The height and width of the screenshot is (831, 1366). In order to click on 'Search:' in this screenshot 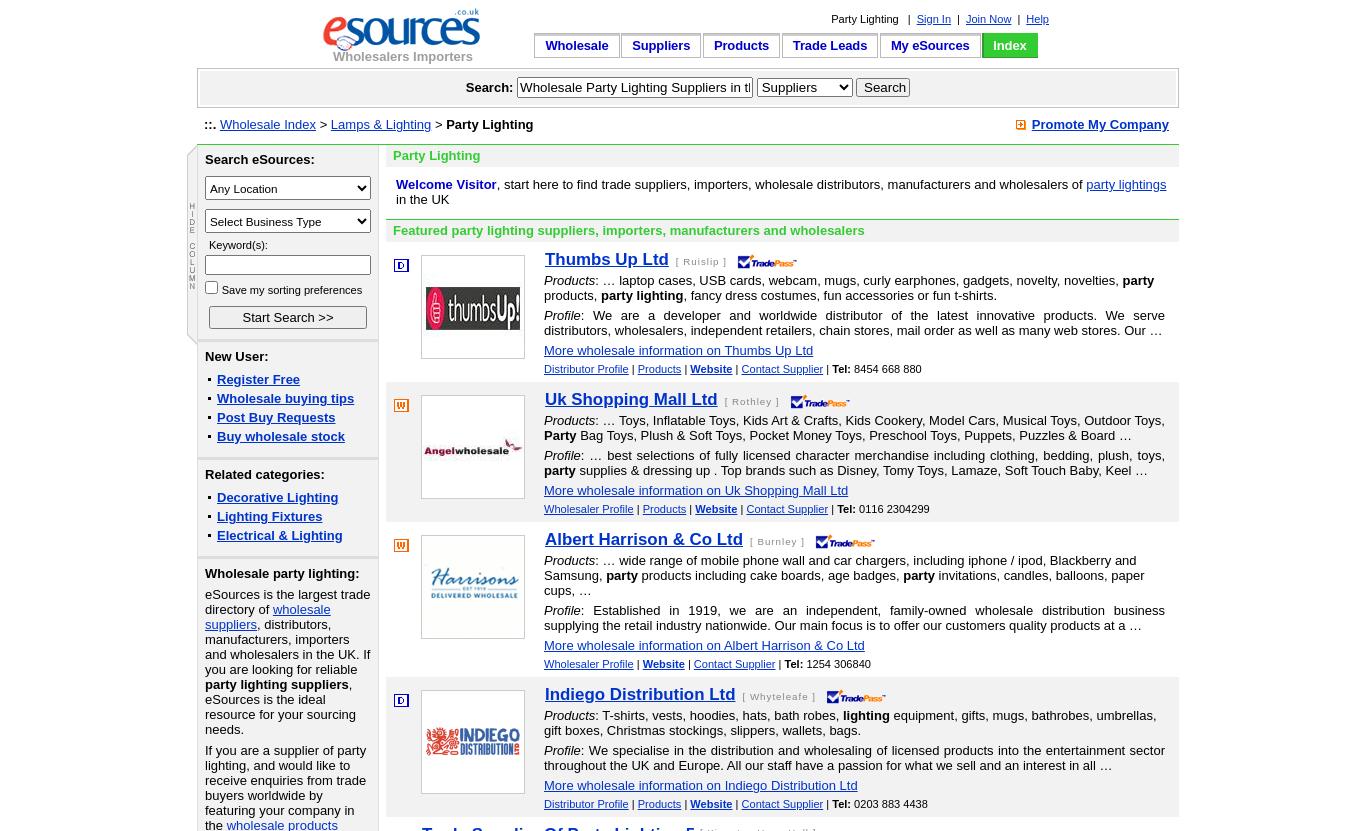, I will do `click(489, 86)`.